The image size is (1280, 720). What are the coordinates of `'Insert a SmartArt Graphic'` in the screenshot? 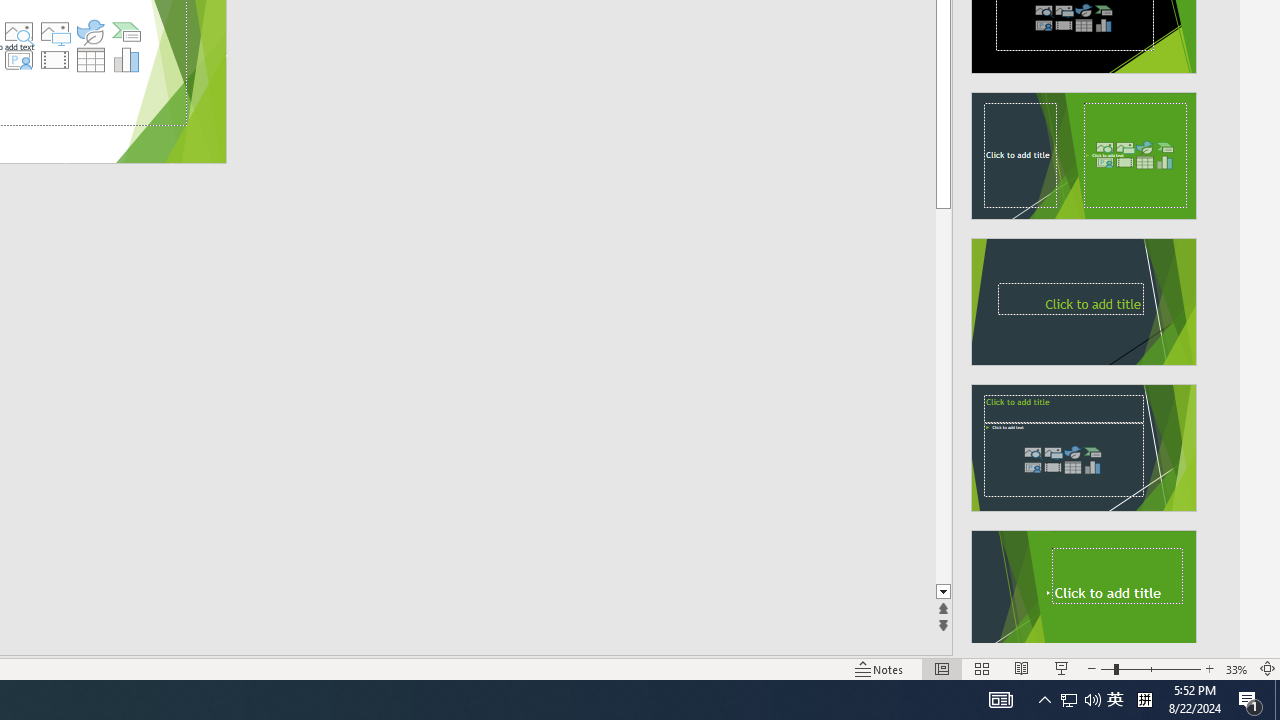 It's located at (126, 32).